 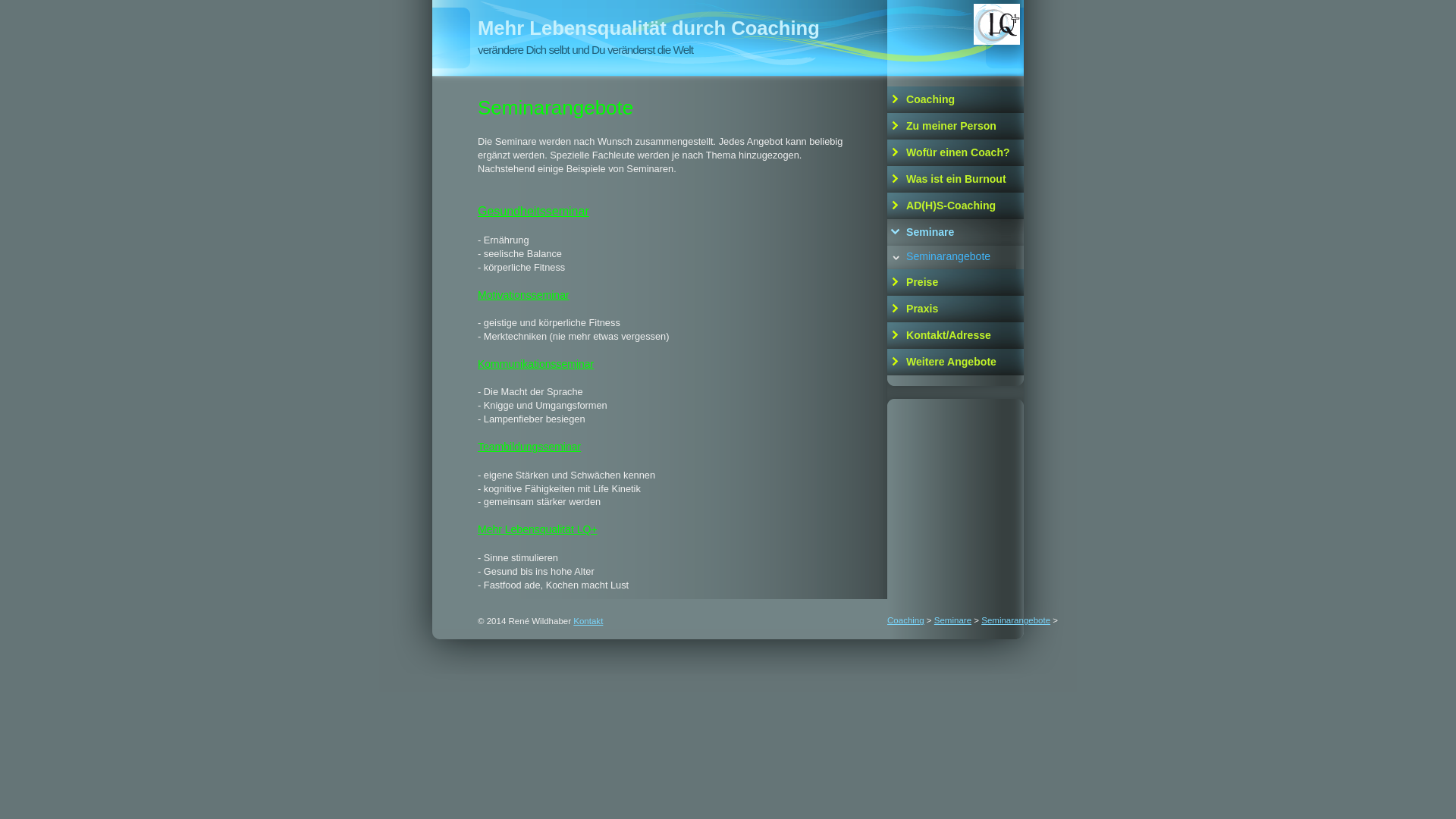 What do you see at coordinates (572, 620) in the screenshot?
I see `'Kontakt'` at bounding box center [572, 620].